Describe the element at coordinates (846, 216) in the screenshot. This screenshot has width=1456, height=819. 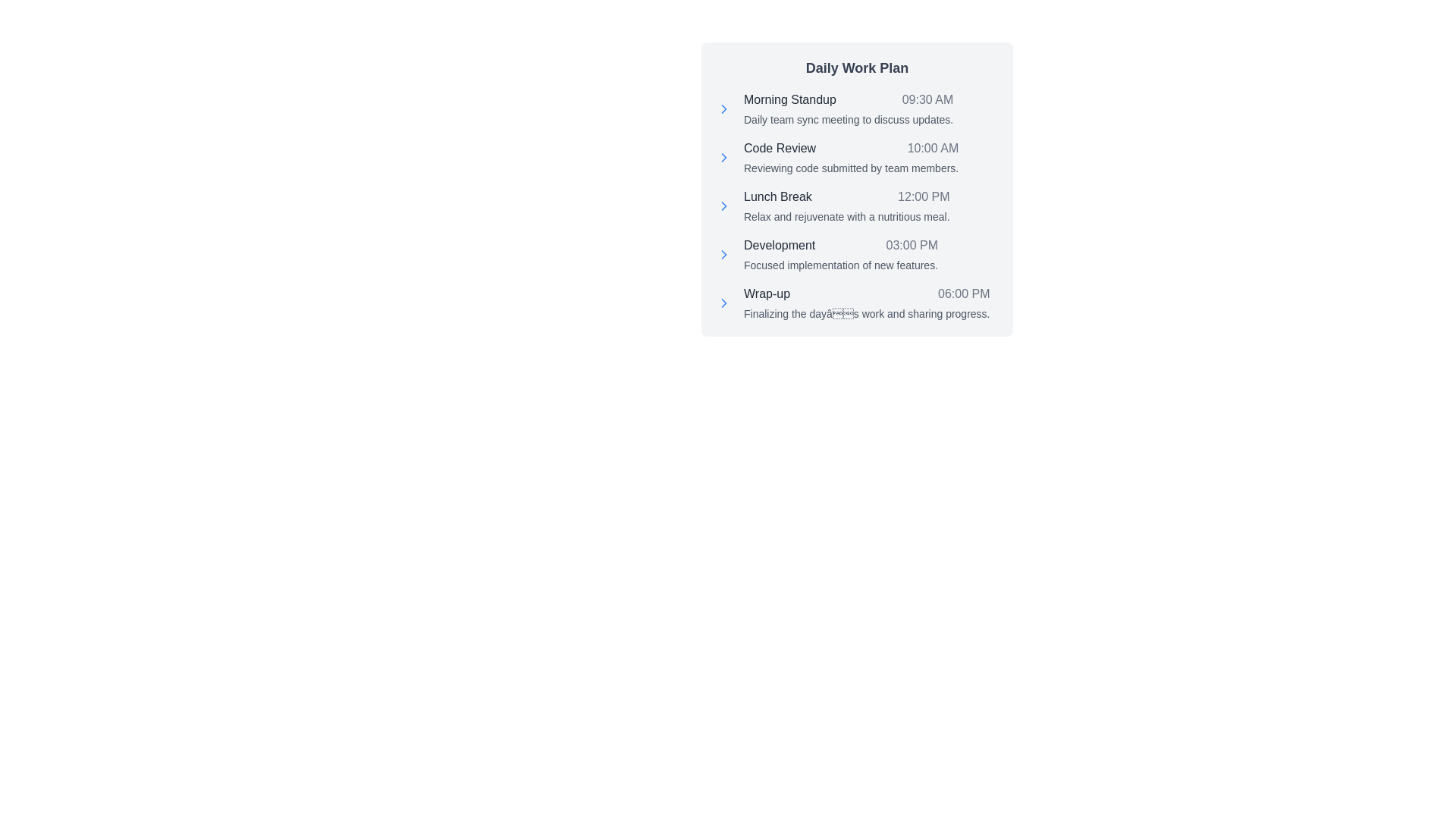
I see `the text component displaying 'Relax and rejuvenate with a nutritious meal.' which is located below the 'Lunch Break' and '12:00 PM' text elements` at that location.